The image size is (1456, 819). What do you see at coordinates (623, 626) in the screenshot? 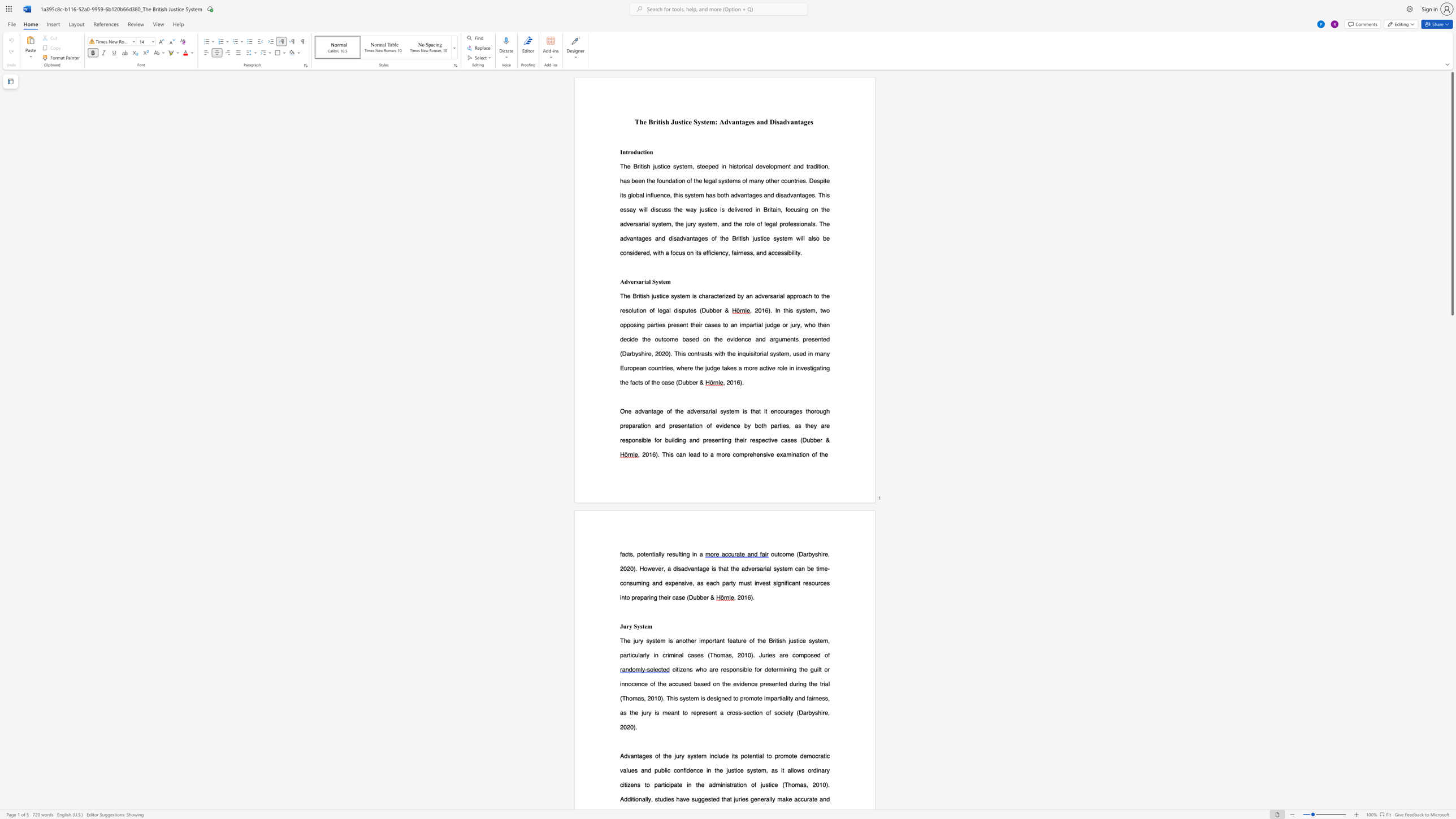
I see `the subset text "ury Sy" within the text "Jury System"` at bounding box center [623, 626].